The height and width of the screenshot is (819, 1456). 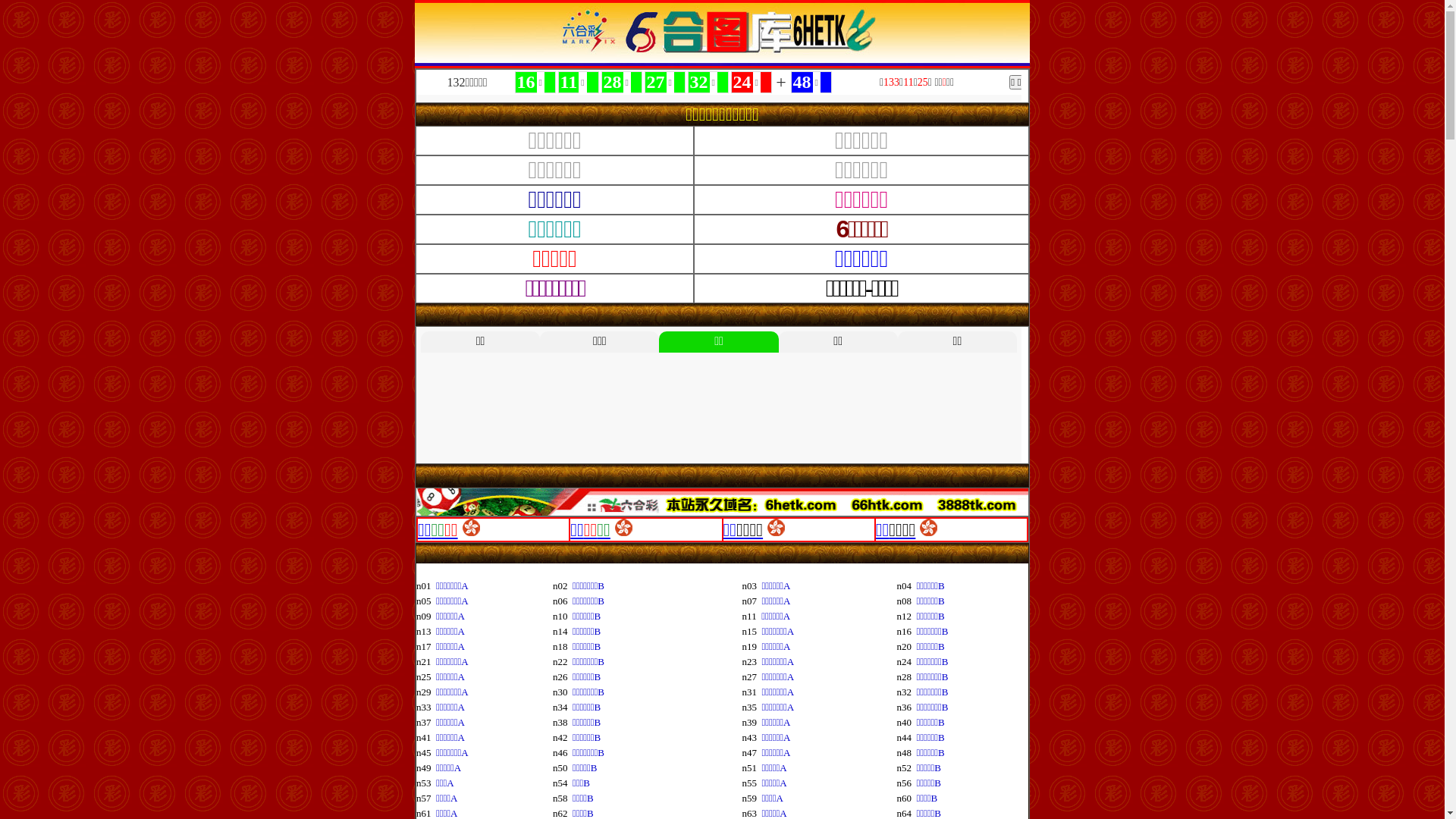 What do you see at coordinates (425, 631) in the screenshot?
I see `'n13 '` at bounding box center [425, 631].